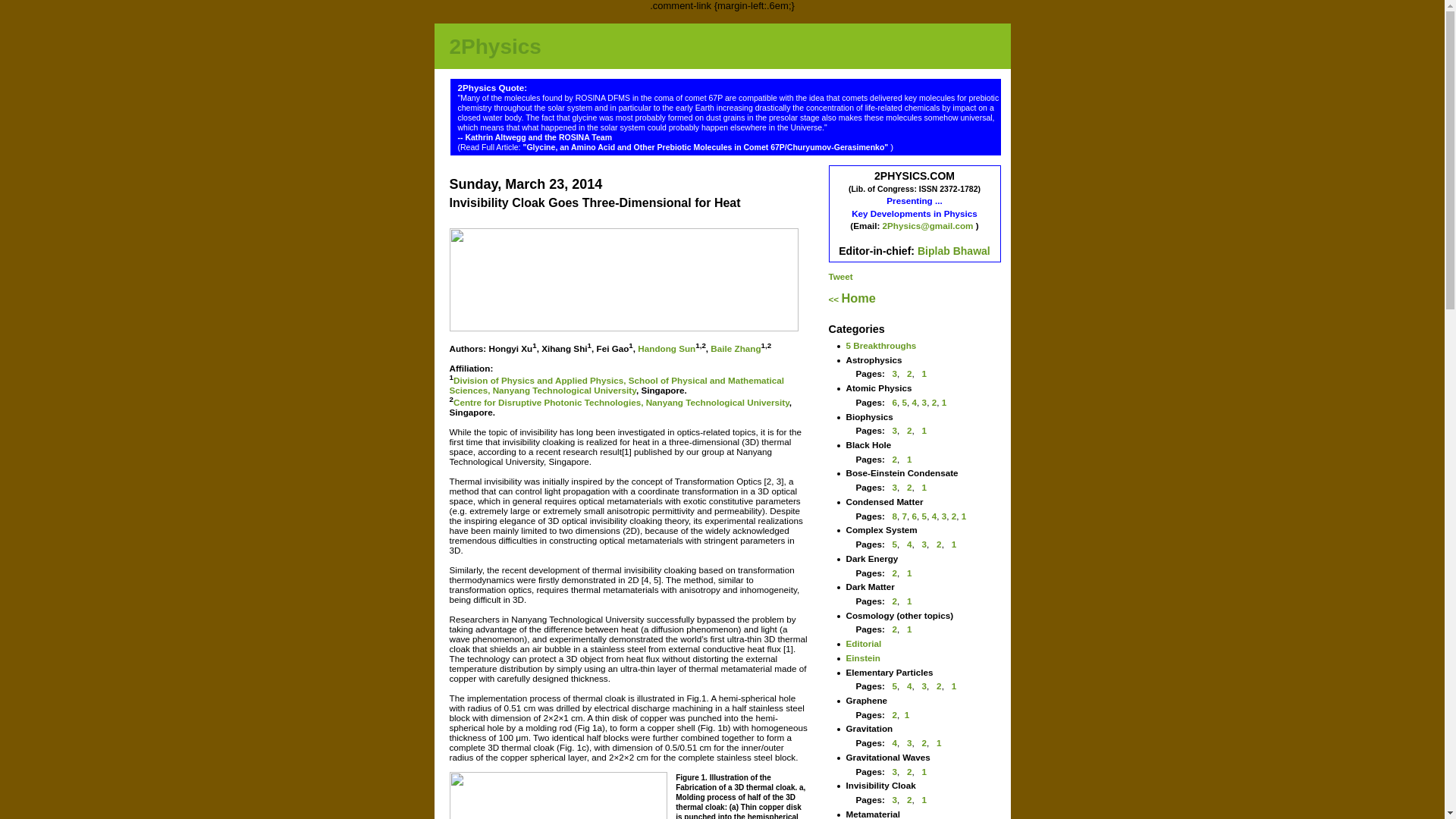 This screenshot has height=819, width=1456. I want to click on '3', so click(895, 799).